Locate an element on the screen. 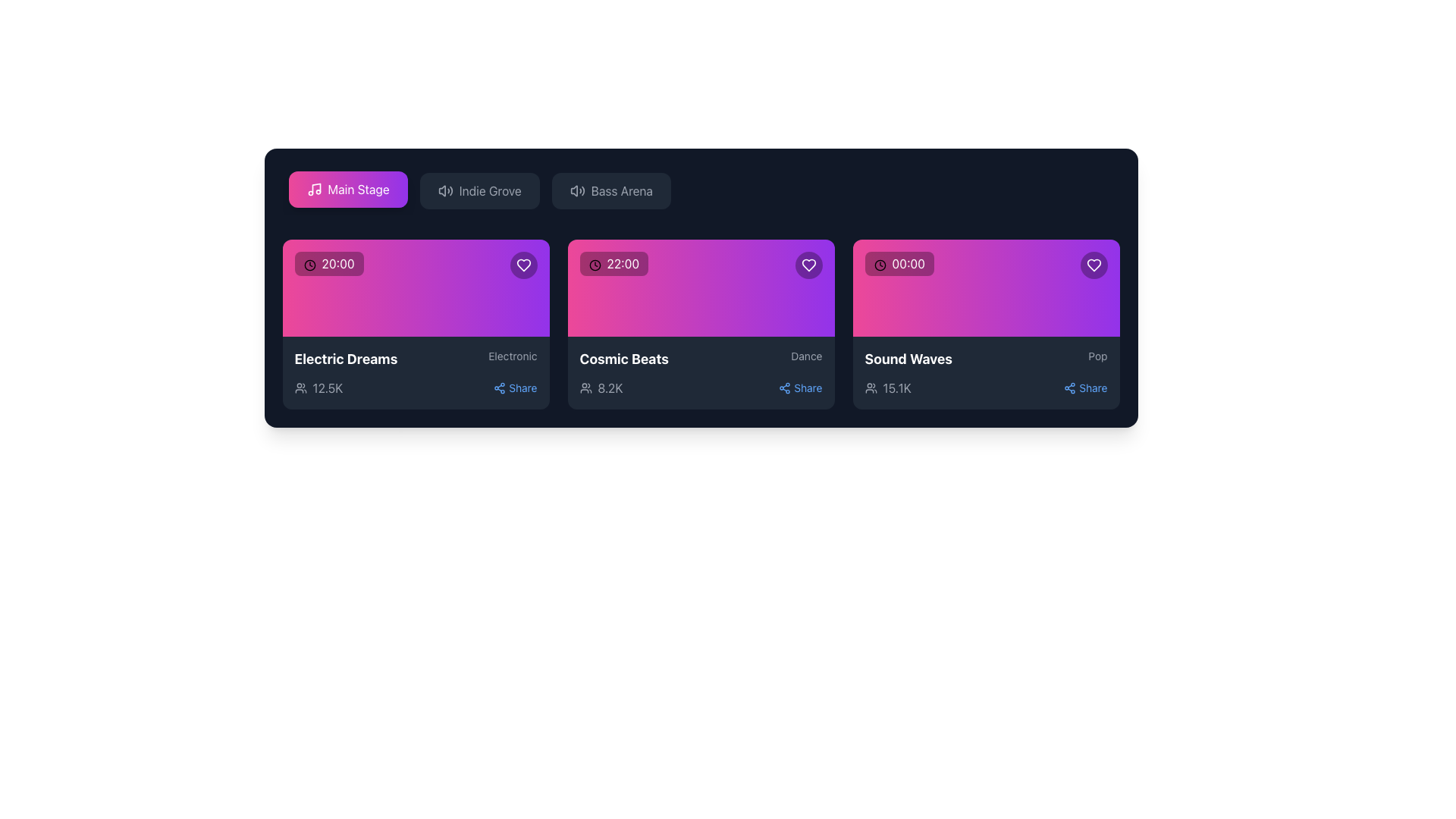 This screenshot has height=819, width=1456. the first informational card displaying the event 'Electric Dreams' scheduled at '20:00' is located at coordinates (416, 288).